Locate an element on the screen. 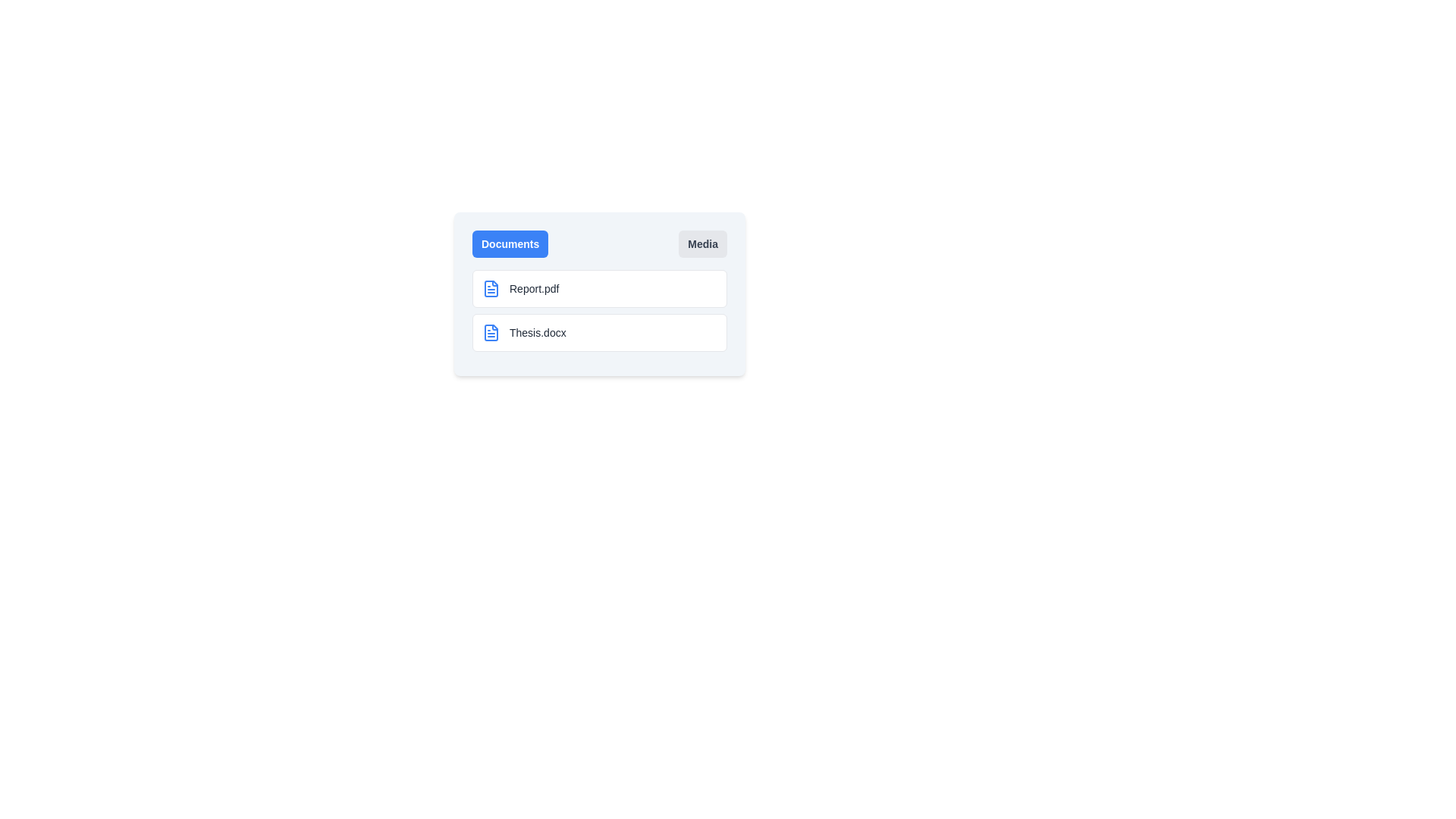 Image resolution: width=1456 pixels, height=819 pixels. the icon located at the leftmost side of the list item for 'Report.pdf', which serves as a visual indicator for the document type is located at coordinates (491, 289).